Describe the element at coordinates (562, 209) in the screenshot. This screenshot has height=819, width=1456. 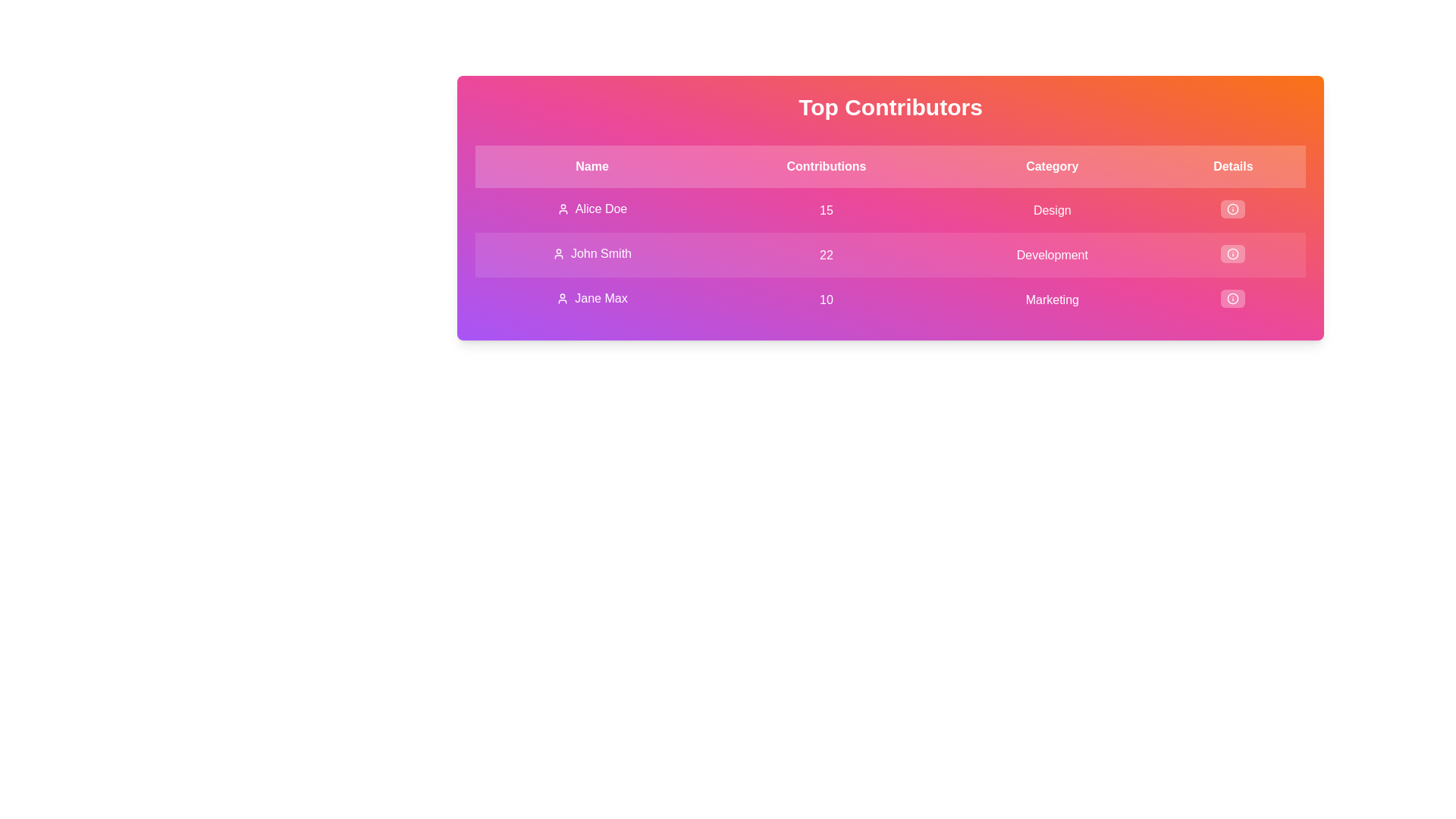
I see `the design of the user/profile icon associated with 'Alice Doe', located in the first row of the contributors' list, to the left of the name` at that location.